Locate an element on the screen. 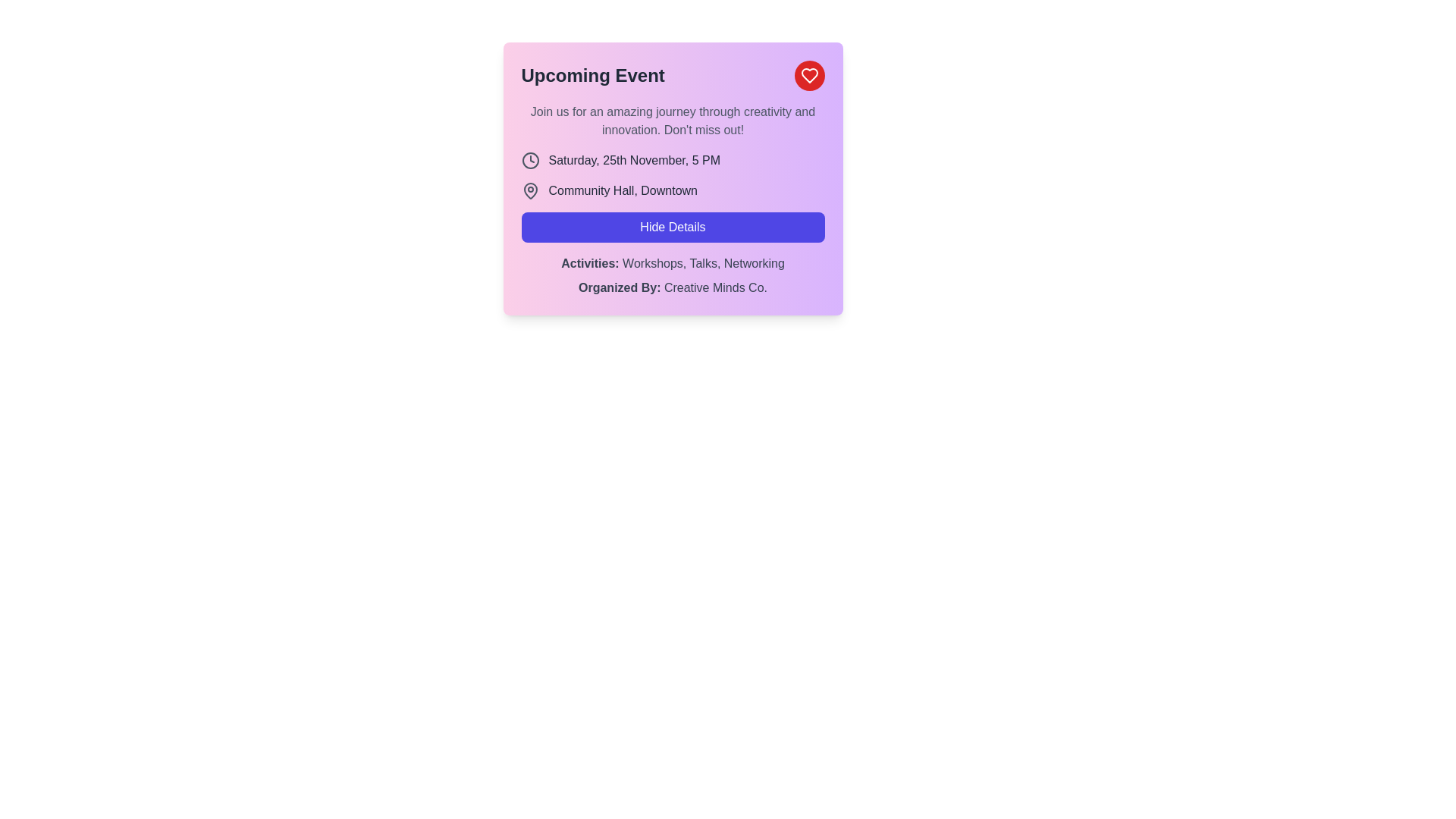  the Informational Text Block located at the bottom of the card layout, below the 'Hide Details' button is located at coordinates (672, 275).